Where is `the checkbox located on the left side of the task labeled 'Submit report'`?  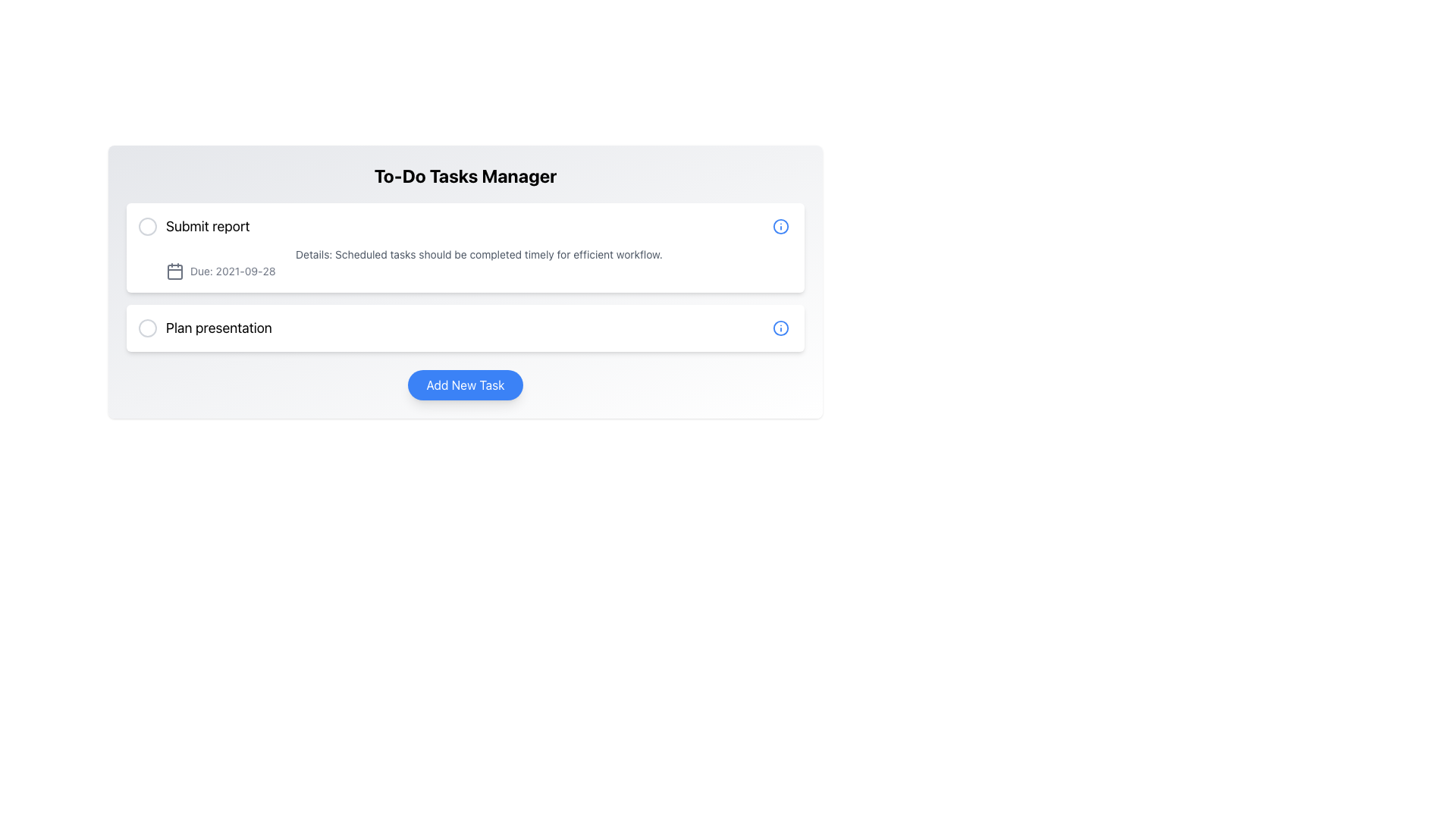
the checkbox located on the left side of the task labeled 'Submit report' is located at coordinates (148, 227).